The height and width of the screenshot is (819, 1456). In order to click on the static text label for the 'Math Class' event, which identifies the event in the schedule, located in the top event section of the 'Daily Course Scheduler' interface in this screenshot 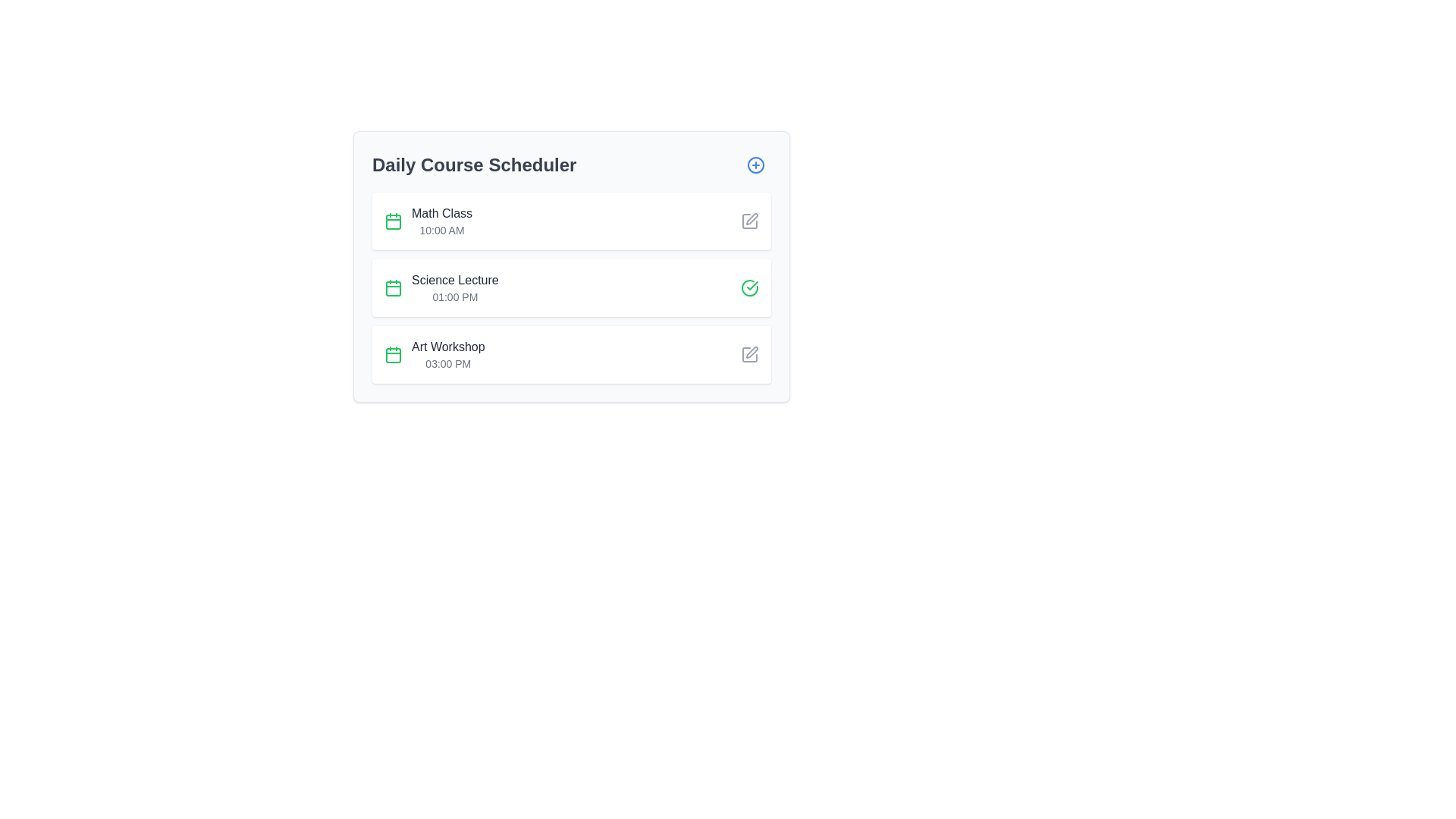, I will do `click(441, 213)`.